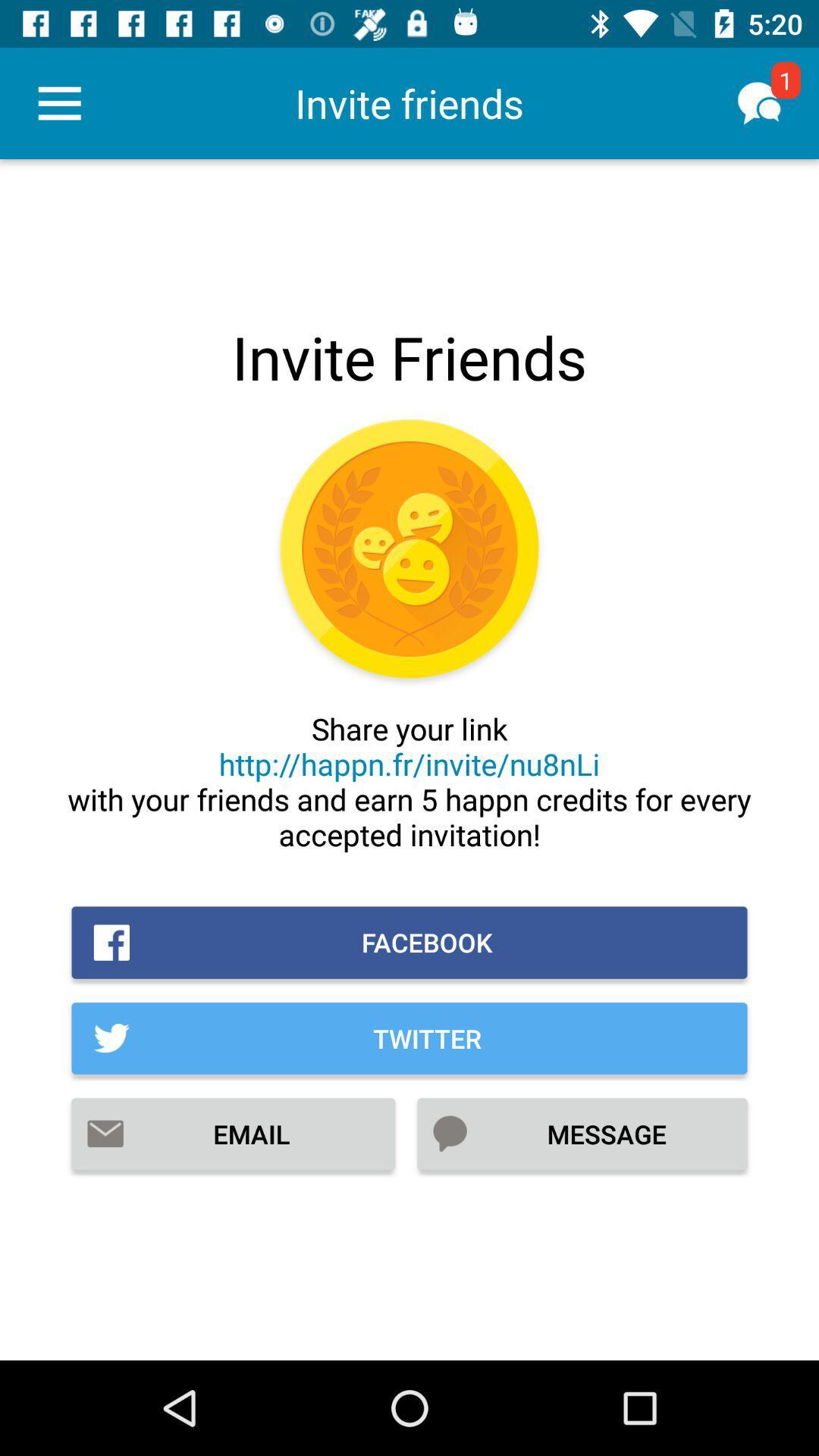 This screenshot has width=819, height=1456. Describe the element at coordinates (409, 1037) in the screenshot. I see `the twitter icon` at that location.